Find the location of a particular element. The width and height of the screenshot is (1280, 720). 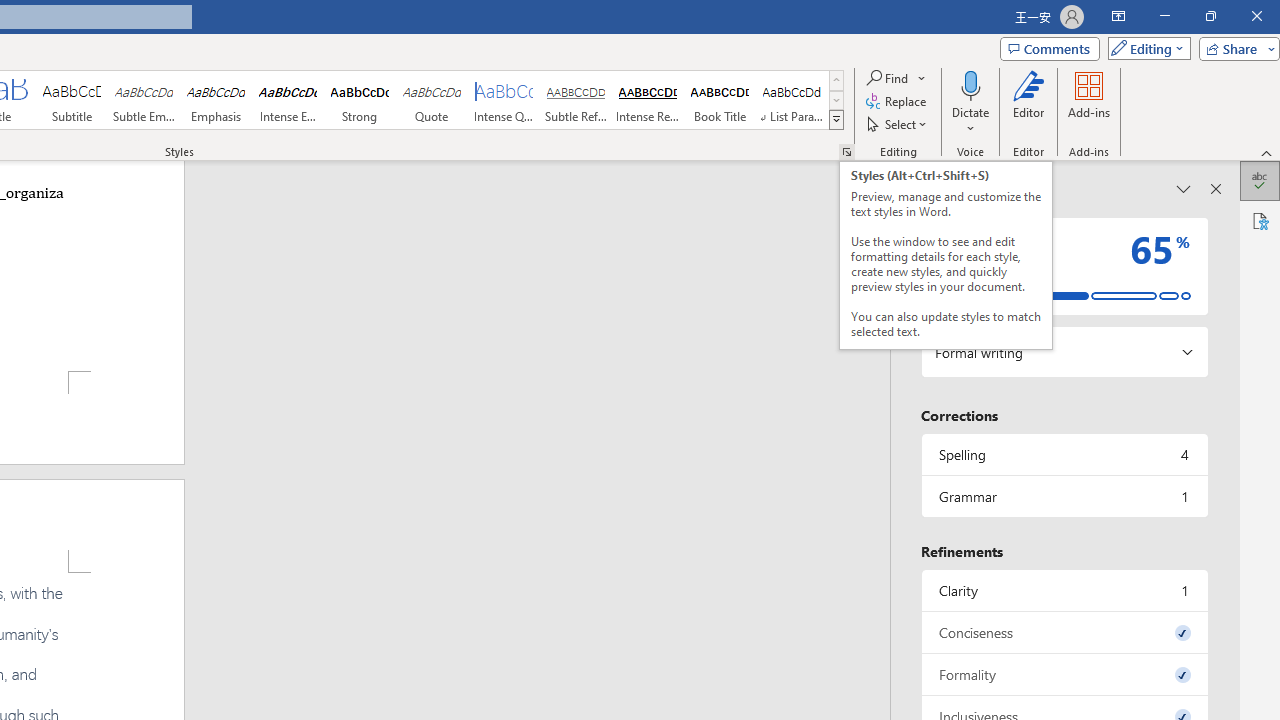

'Book Title' is located at coordinates (720, 100).